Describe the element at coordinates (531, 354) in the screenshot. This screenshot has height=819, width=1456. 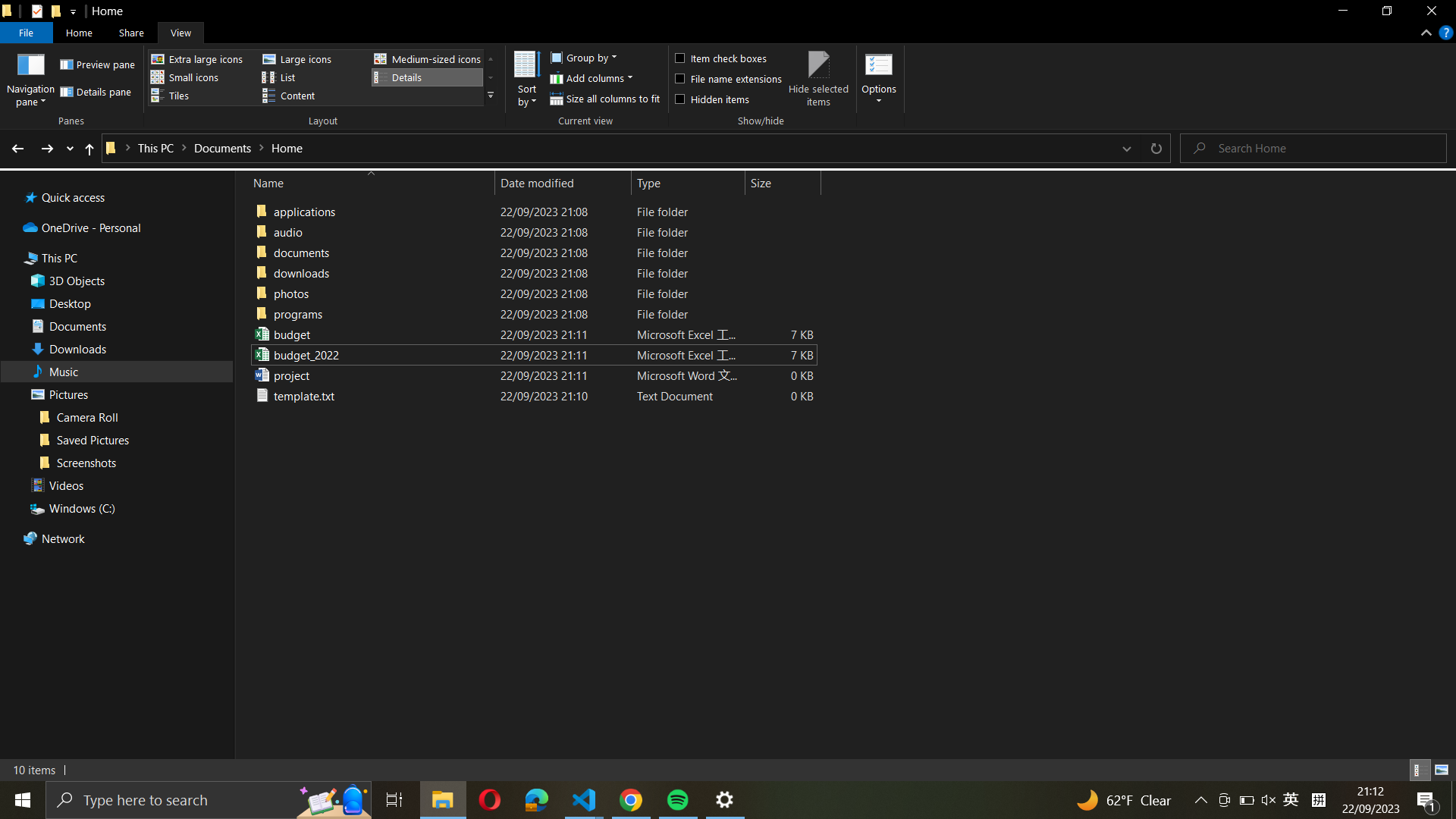
I see `the "budget_2022_excel_file" using the default program for Excel files` at that location.